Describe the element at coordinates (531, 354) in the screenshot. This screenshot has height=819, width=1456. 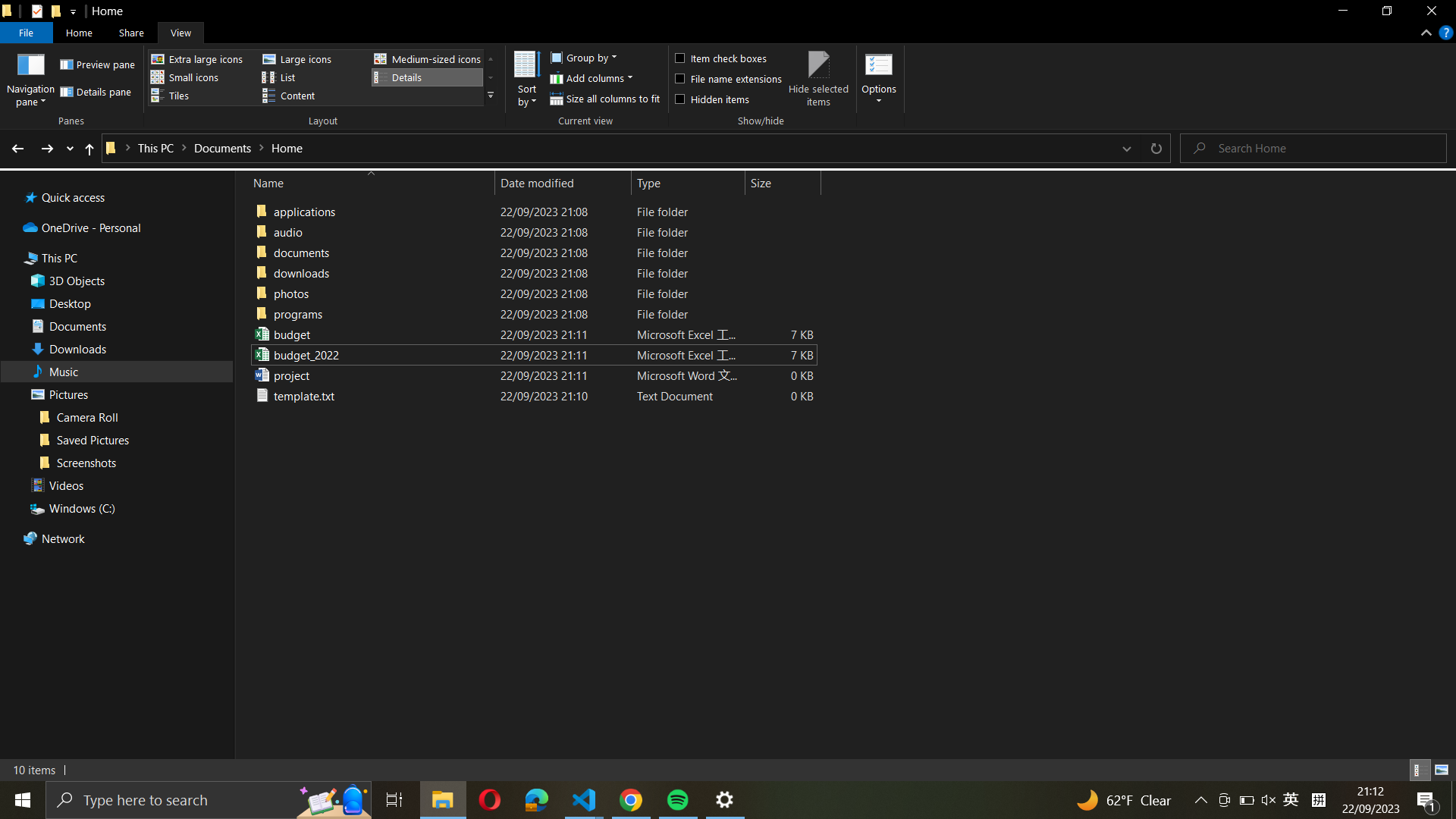
I see `the "budget_2022_excel_file" using the default program for Excel files` at that location.